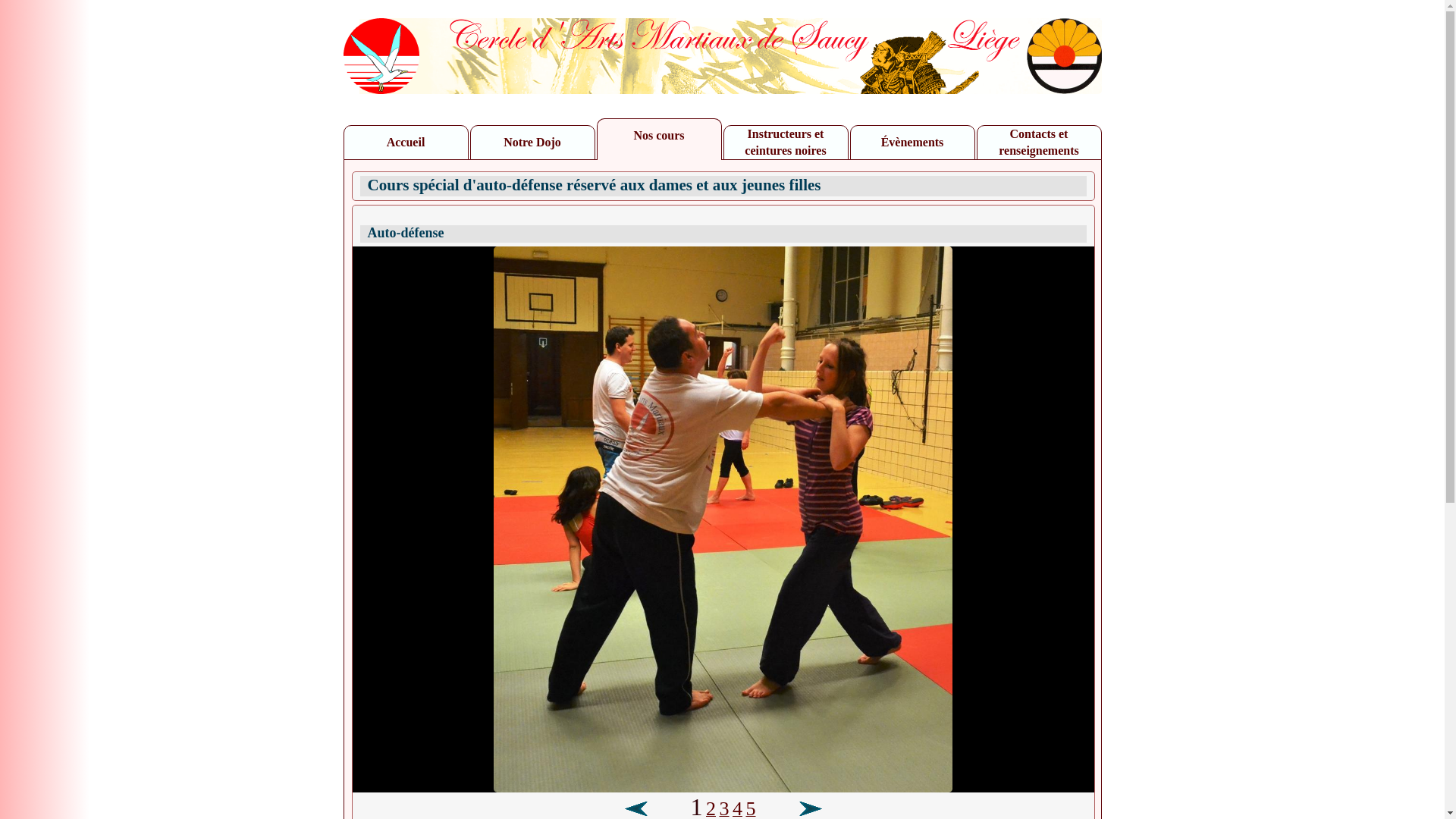 The image size is (1456, 819). I want to click on 'suivante', so click(796, 808).